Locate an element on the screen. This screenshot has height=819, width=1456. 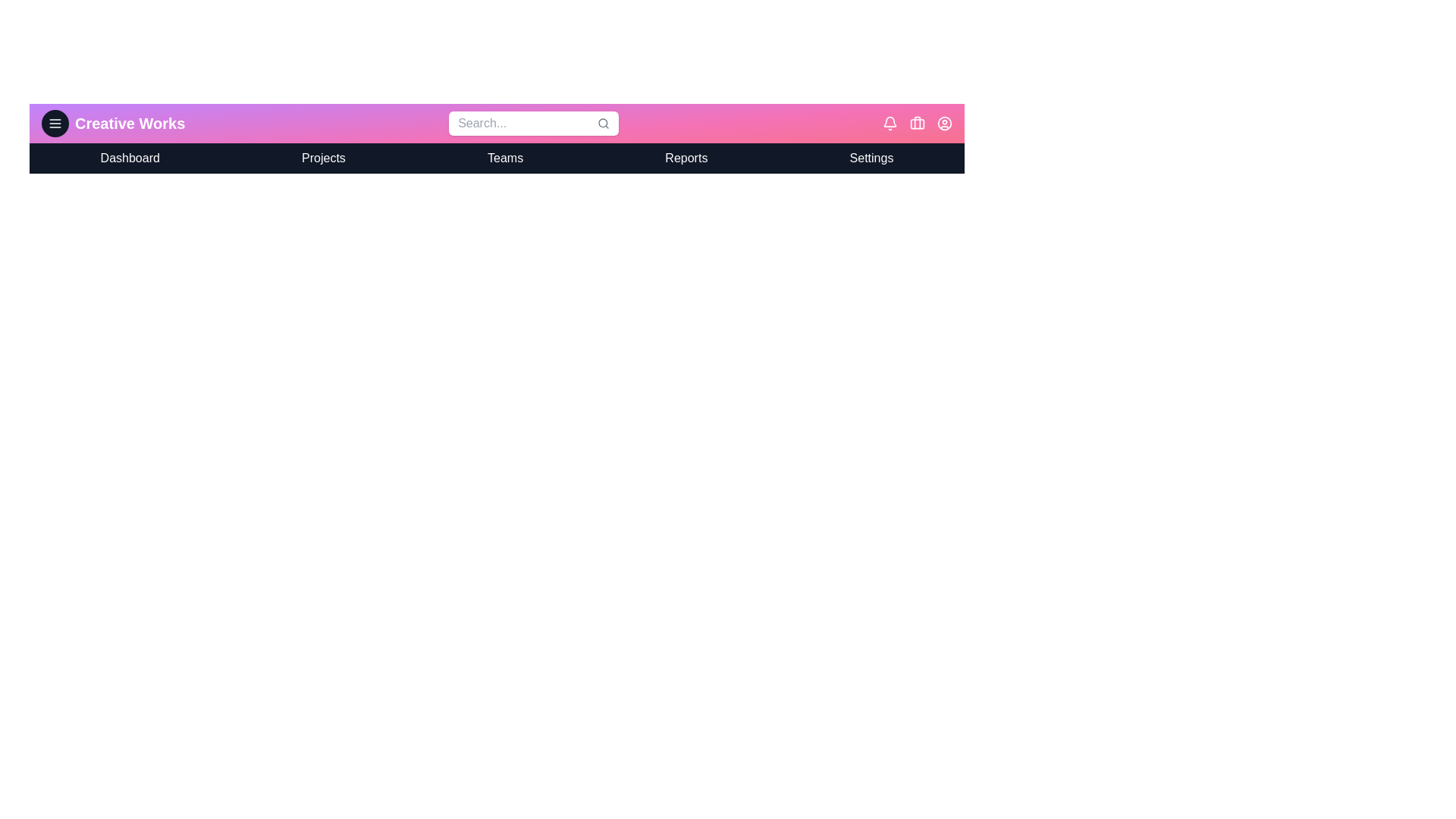
the user icon to view user-related options is located at coordinates (943, 122).